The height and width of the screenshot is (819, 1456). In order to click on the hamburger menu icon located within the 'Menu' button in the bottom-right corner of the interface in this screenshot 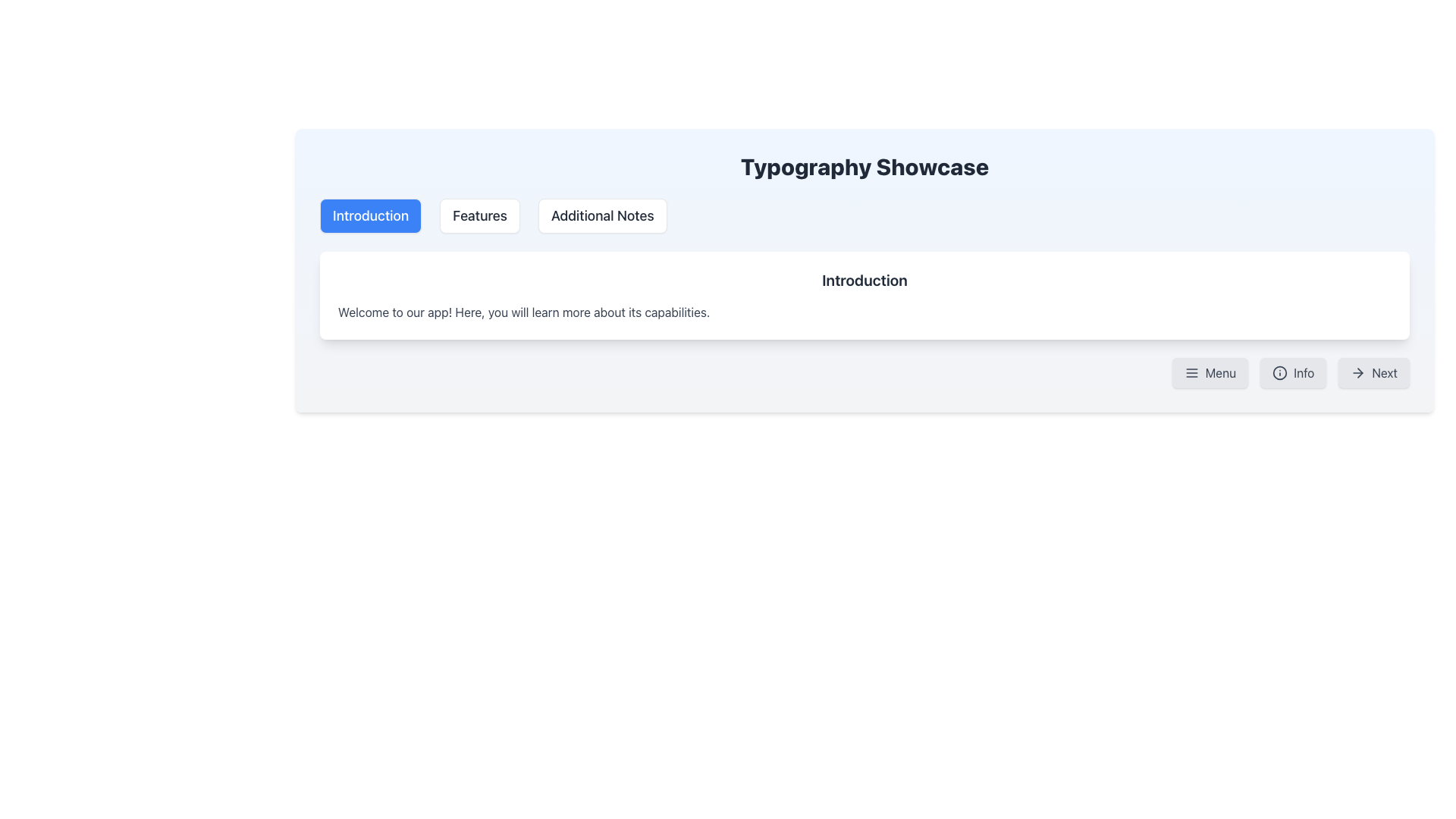, I will do `click(1191, 373)`.